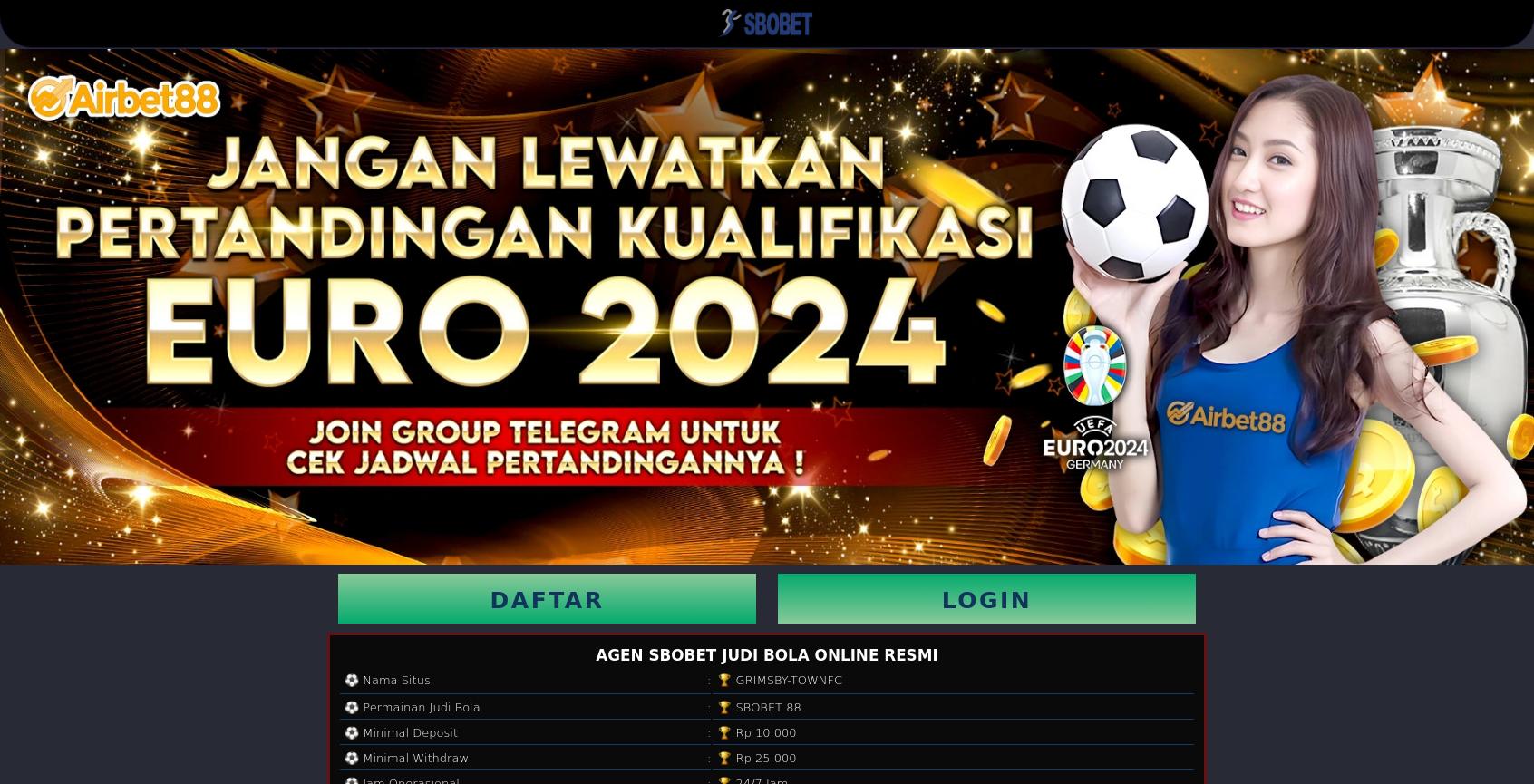 Image resolution: width=1534 pixels, height=784 pixels. Describe the element at coordinates (779, 678) in the screenshot. I see `'🏆 GRIMSBY-TOWNFC'` at that location.